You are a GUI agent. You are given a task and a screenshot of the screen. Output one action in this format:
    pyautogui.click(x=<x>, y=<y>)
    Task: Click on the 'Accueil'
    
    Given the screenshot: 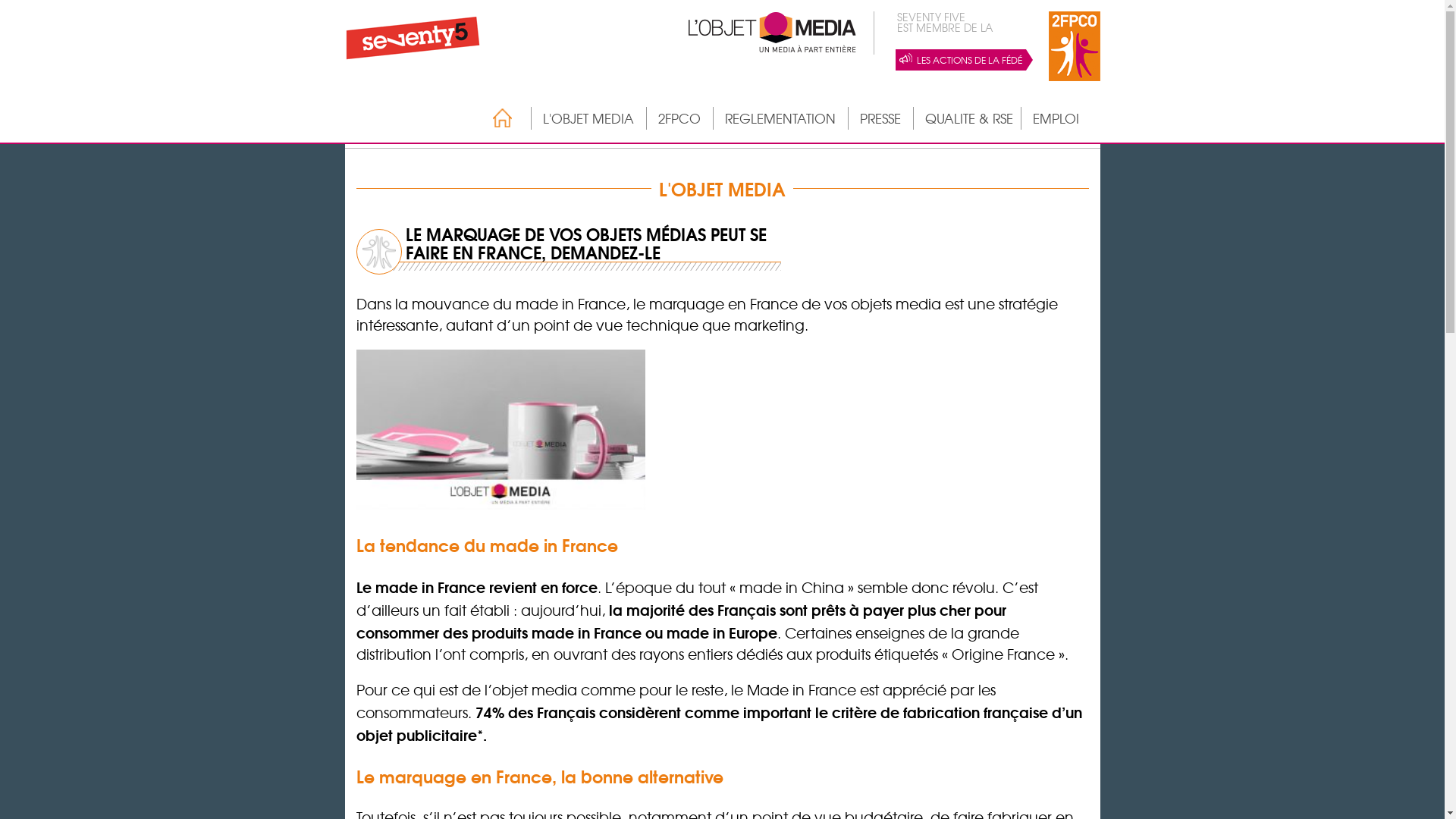 What is the action you would take?
    pyautogui.click(x=494, y=117)
    